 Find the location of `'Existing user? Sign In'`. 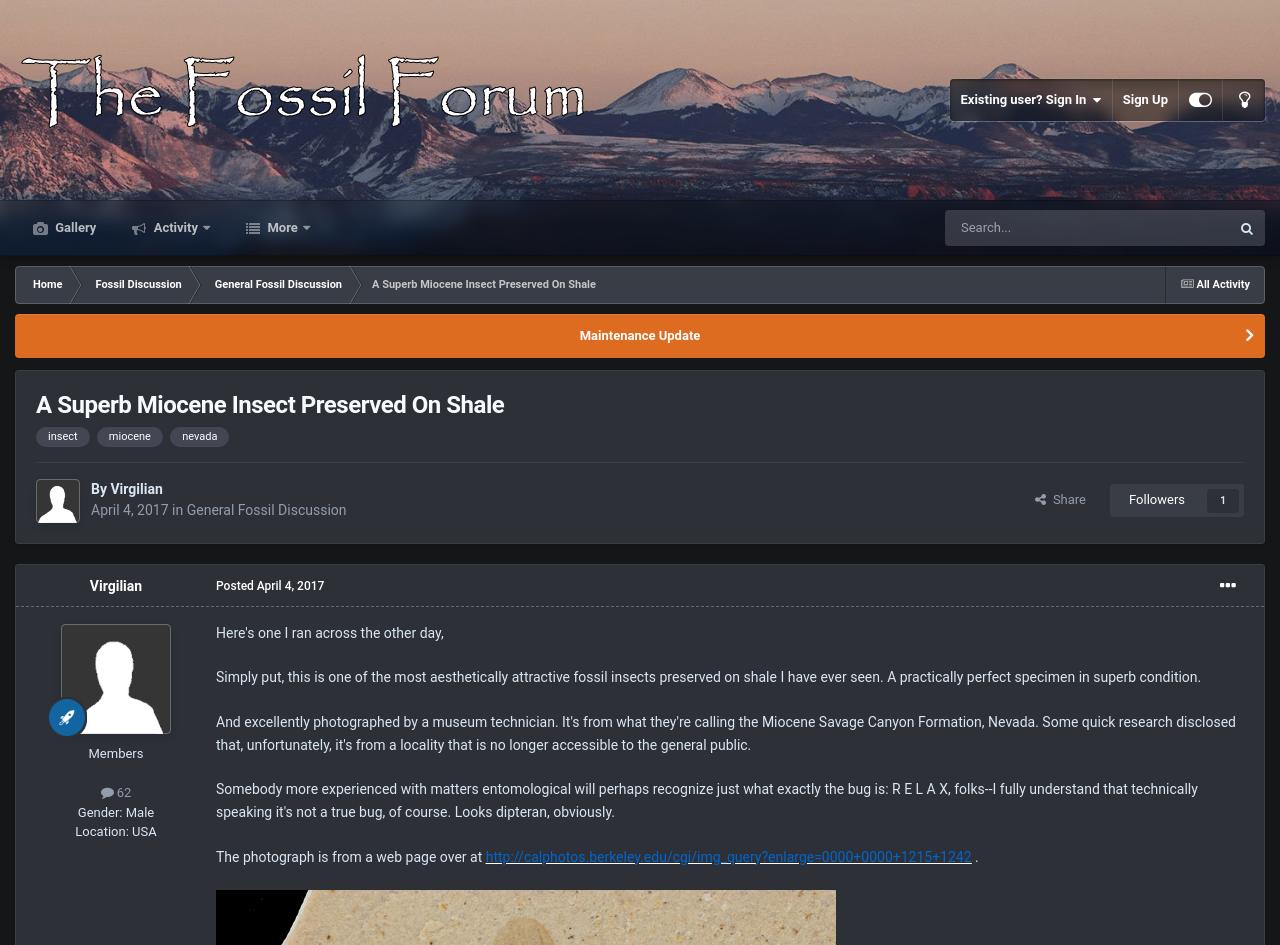

'Existing user? Sign In' is located at coordinates (1026, 98).